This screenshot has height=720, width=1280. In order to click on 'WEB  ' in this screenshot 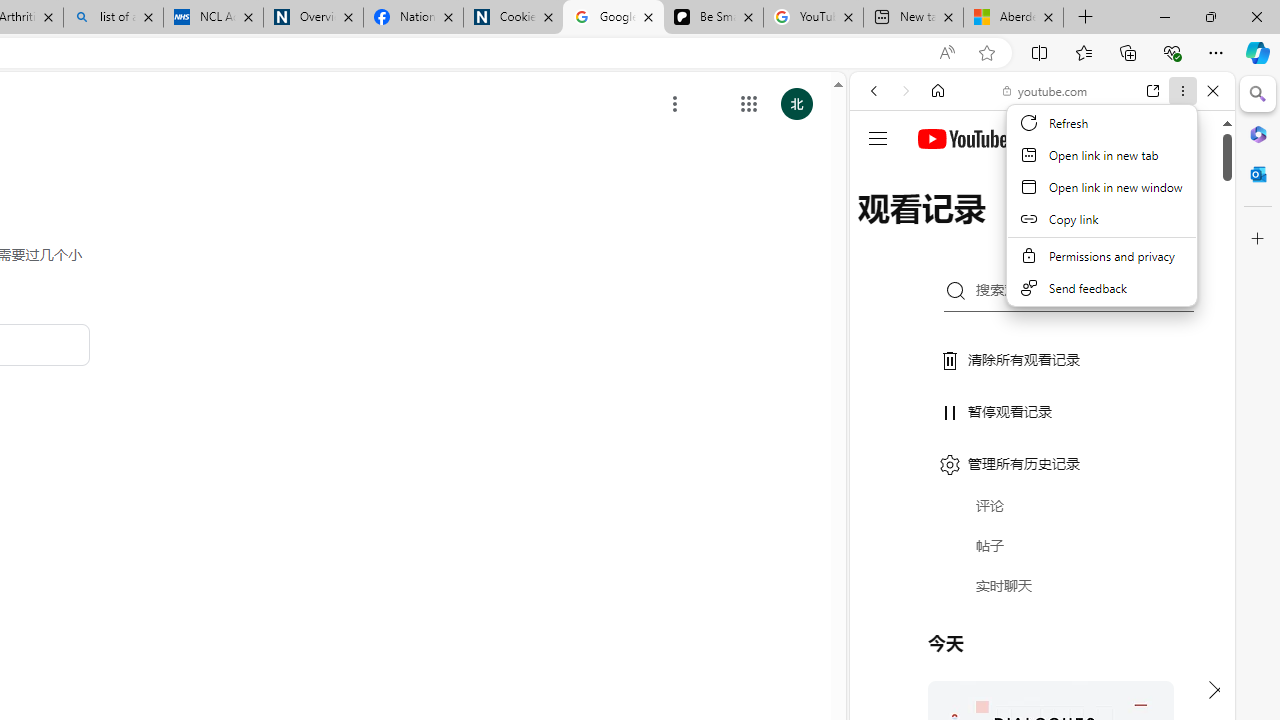, I will do `click(881, 227)`.